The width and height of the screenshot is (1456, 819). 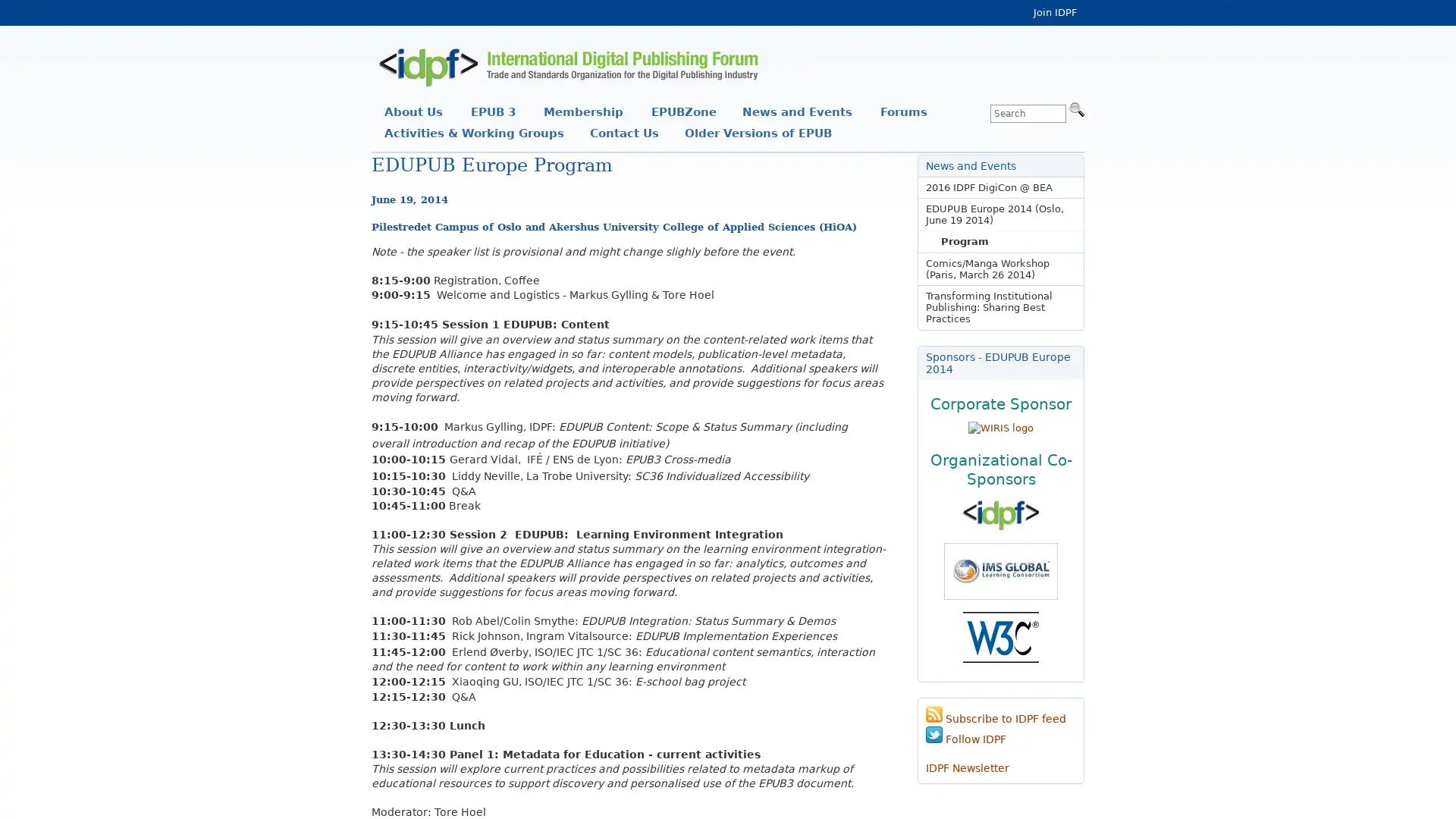 What do you see at coordinates (1076, 108) in the screenshot?
I see `Go` at bounding box center [1076, 108].